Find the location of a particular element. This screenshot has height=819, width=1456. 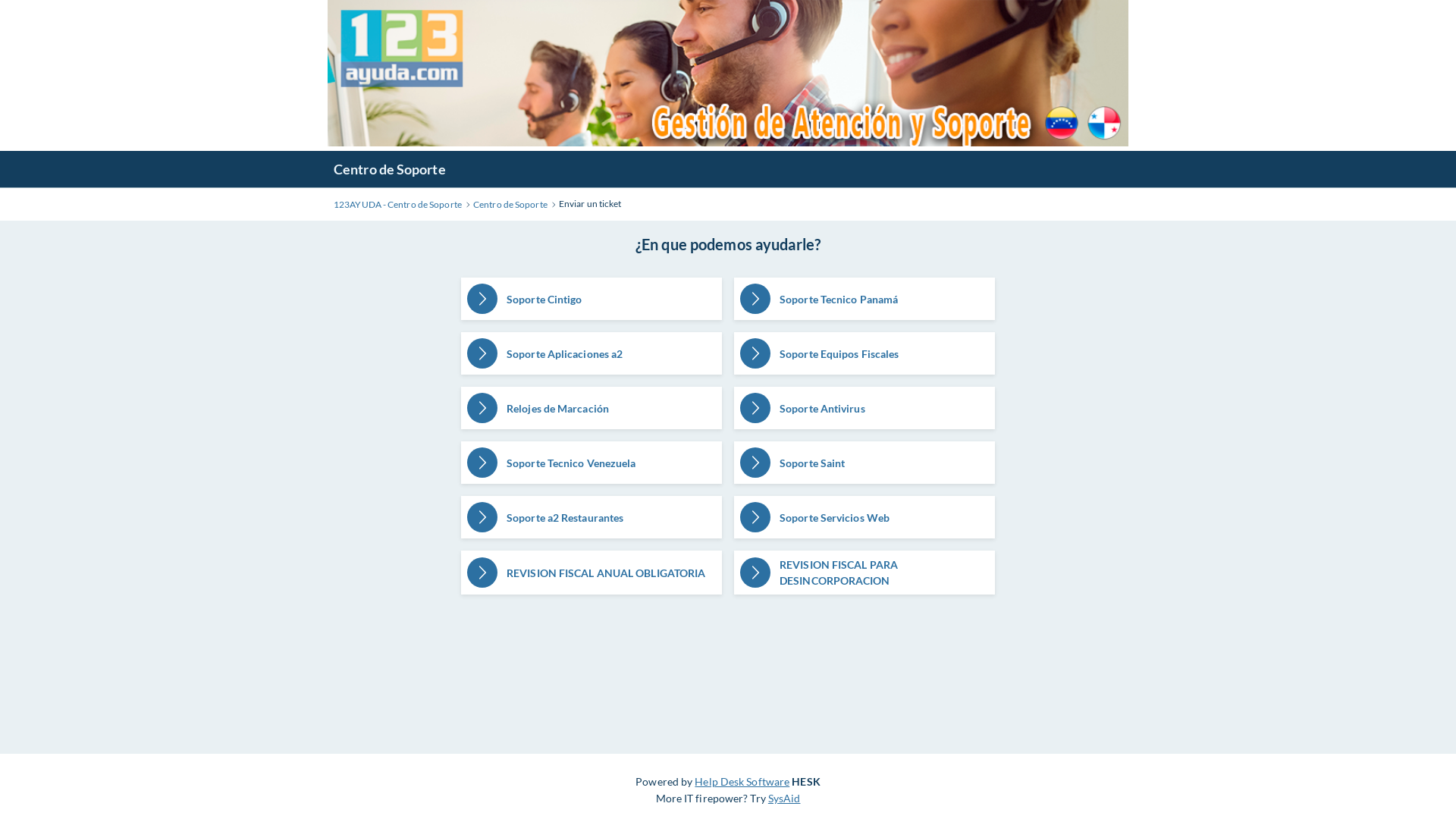

'REVISION FISCAL PARA DESINCORPORACION' is located at coordinates (864, 573).